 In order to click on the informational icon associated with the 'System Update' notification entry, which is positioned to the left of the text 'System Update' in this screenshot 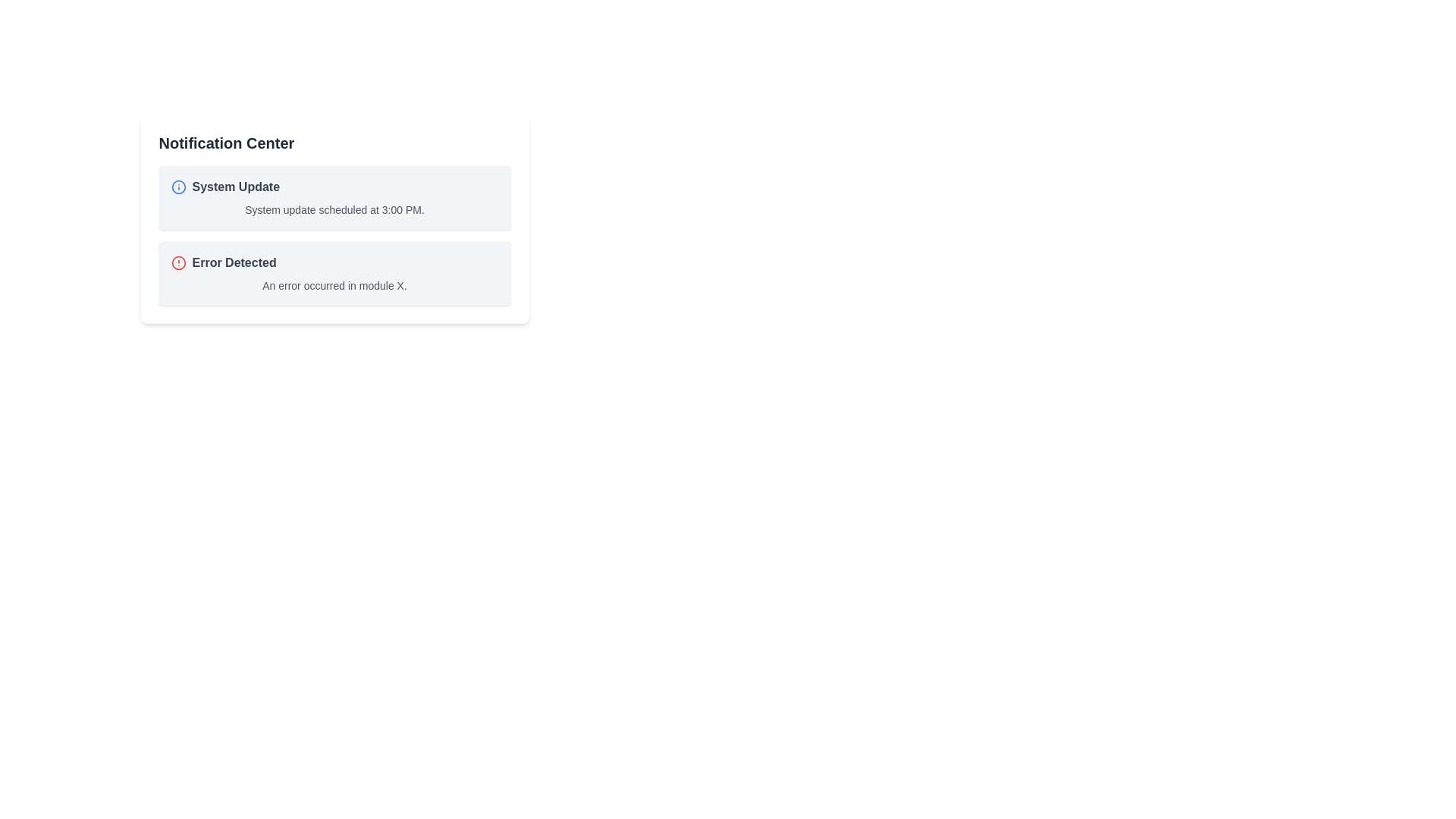, I will do `click(178, 186)`.